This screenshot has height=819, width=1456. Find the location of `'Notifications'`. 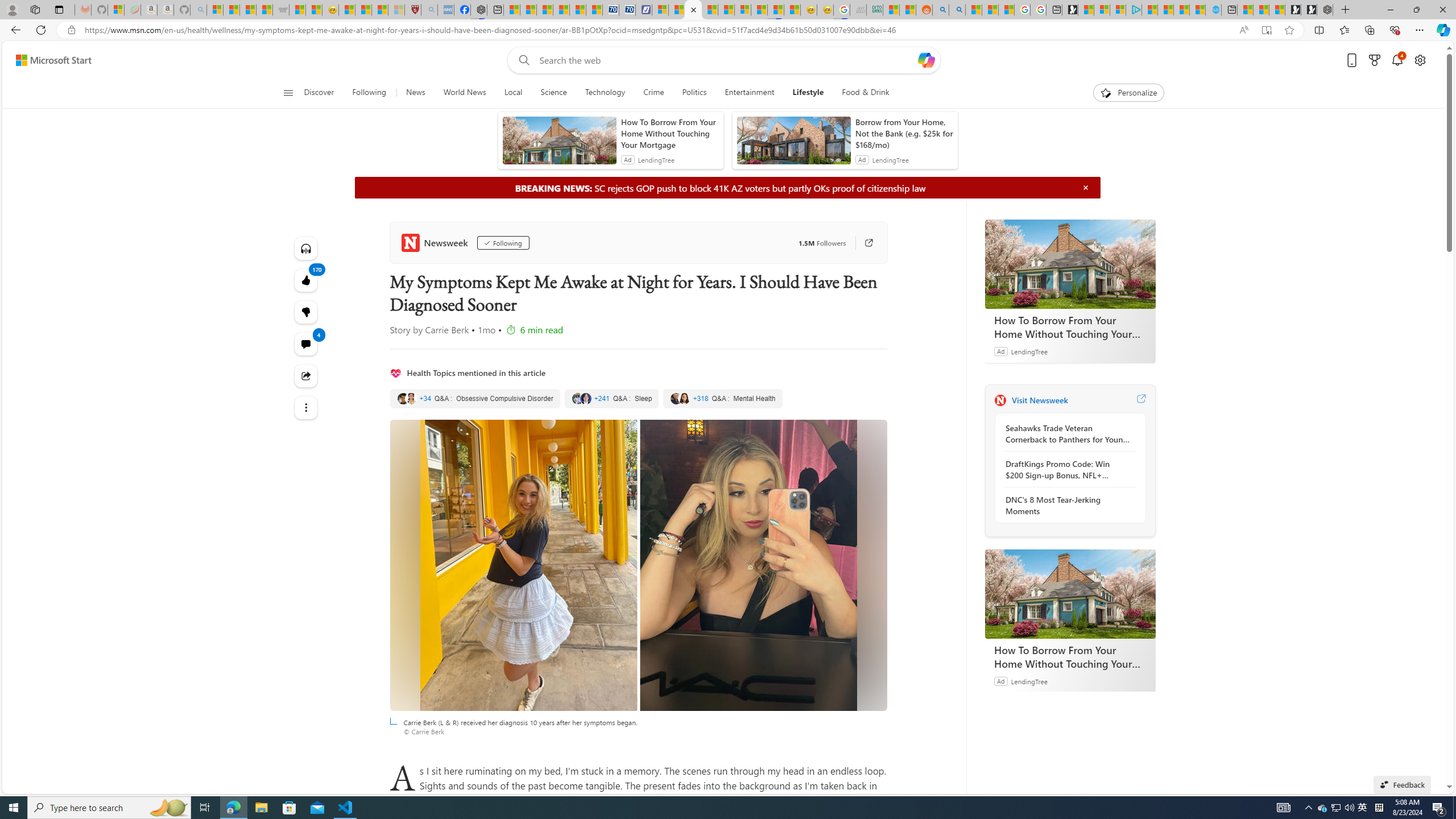

'Notifications' is located at coordinates (1397, 60).